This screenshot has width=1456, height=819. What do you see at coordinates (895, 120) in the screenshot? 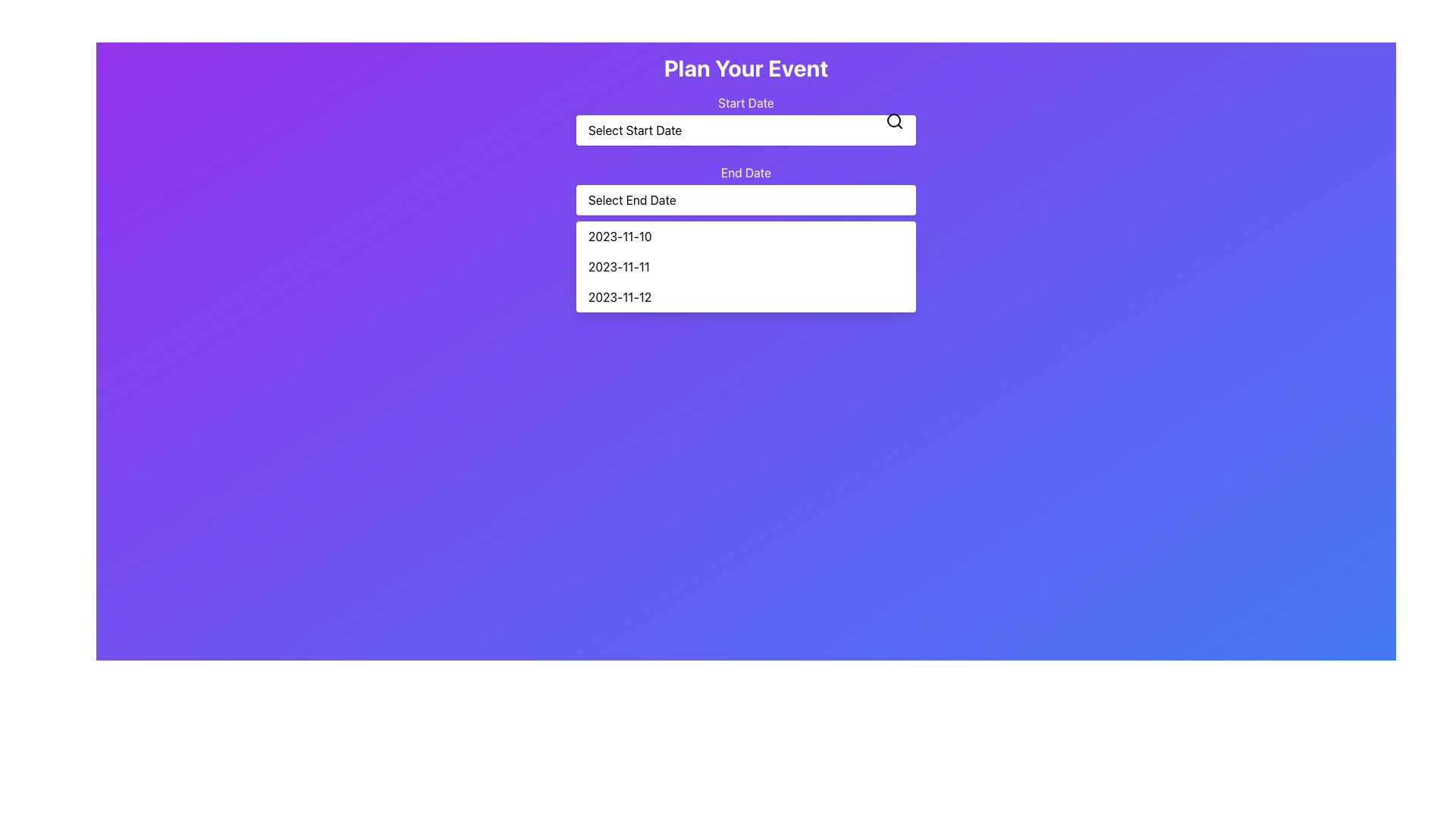
I see `the magnifying glass icon located at the top-right corner of the 'Select Start Date' input field to possibly display a tooltip` at bounding box center [895, 120].